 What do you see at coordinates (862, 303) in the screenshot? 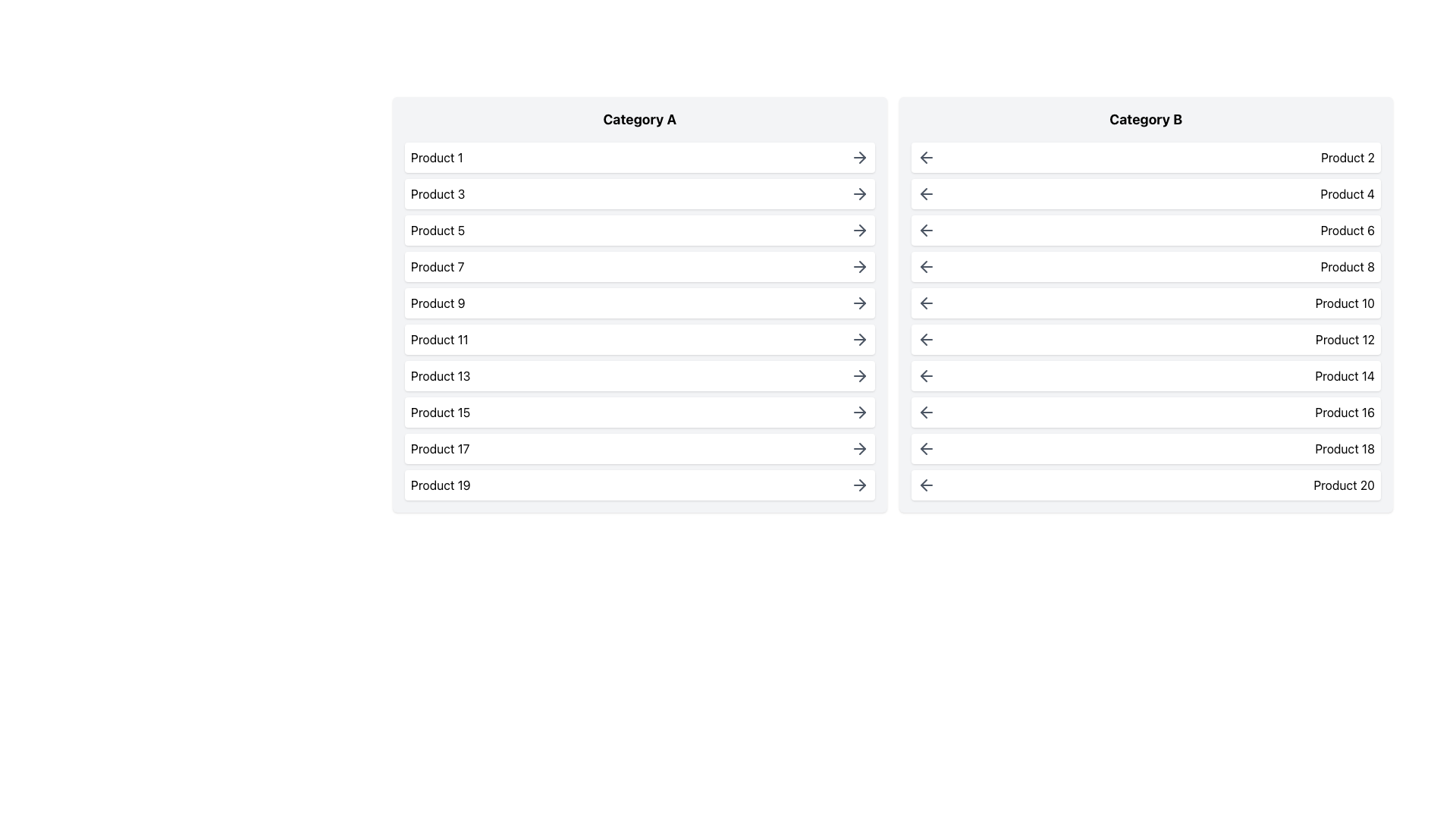
I see `the rightward arrow icon adjacent to 'Product 9' in the 'Category A' section` at bounding box center [862, 303].